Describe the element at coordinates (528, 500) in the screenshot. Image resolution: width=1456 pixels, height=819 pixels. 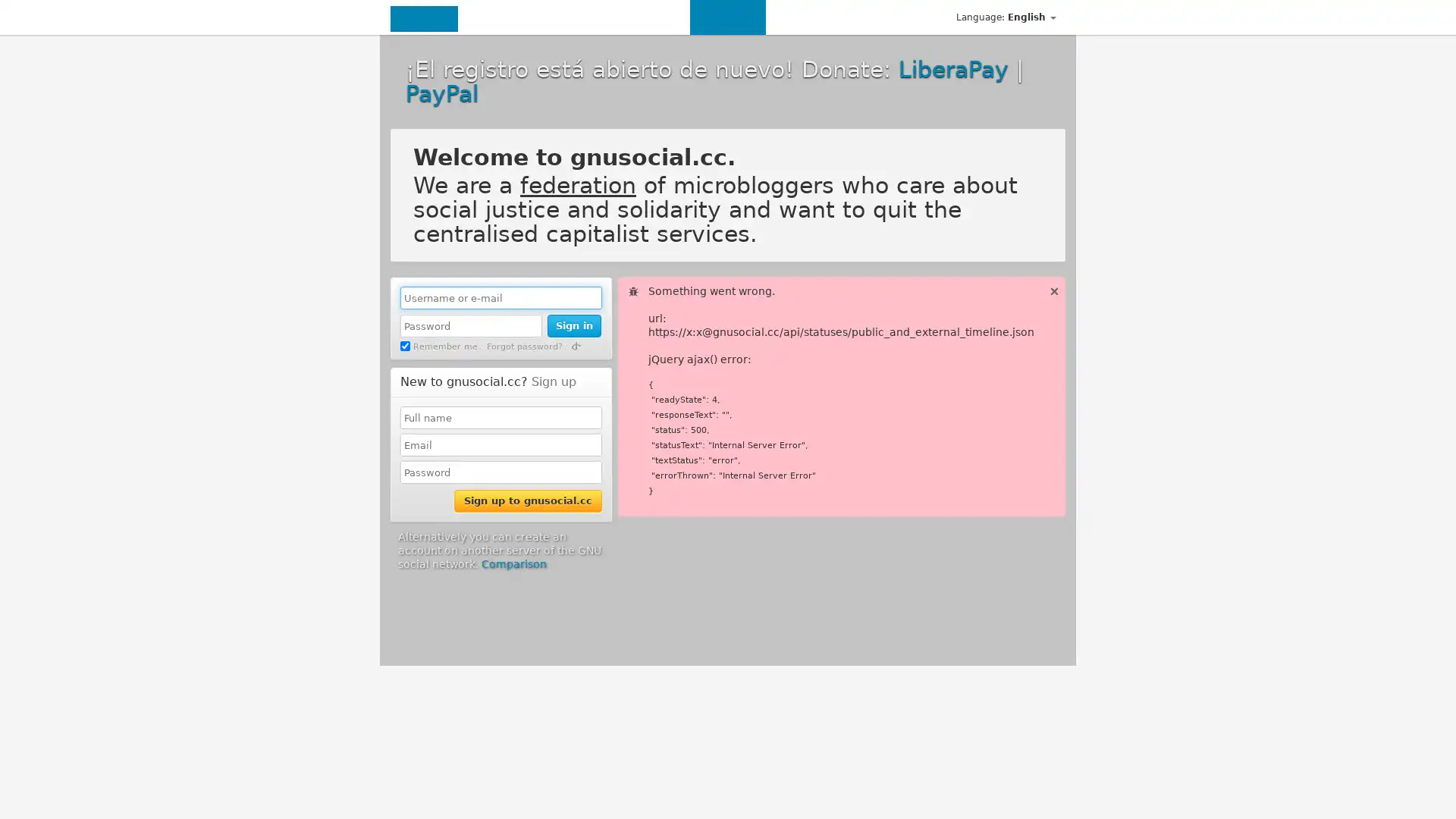
I see `Sign up to gnusocial.cc` at that location.